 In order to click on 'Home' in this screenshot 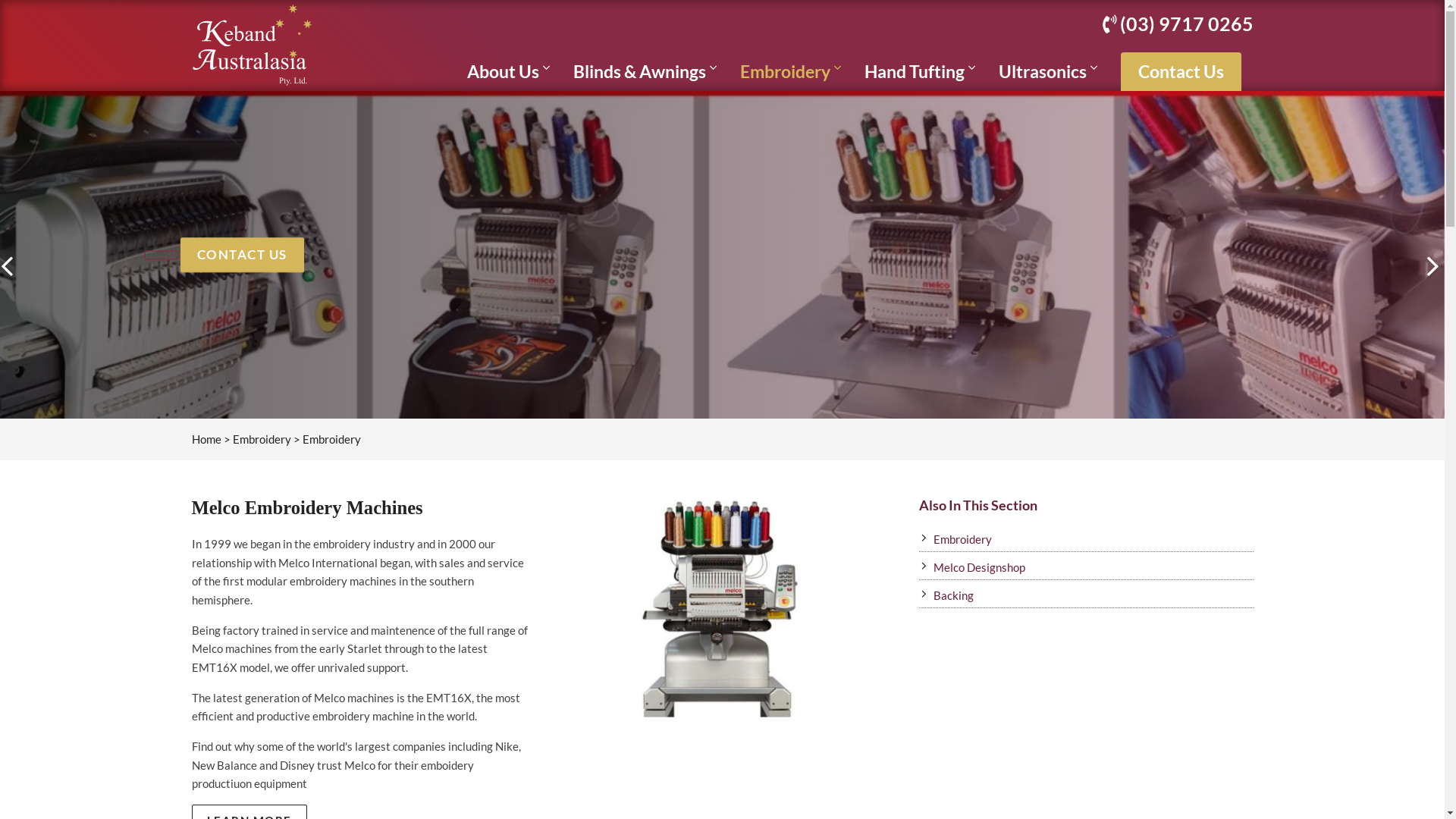, I will do `click(190, 438)`.